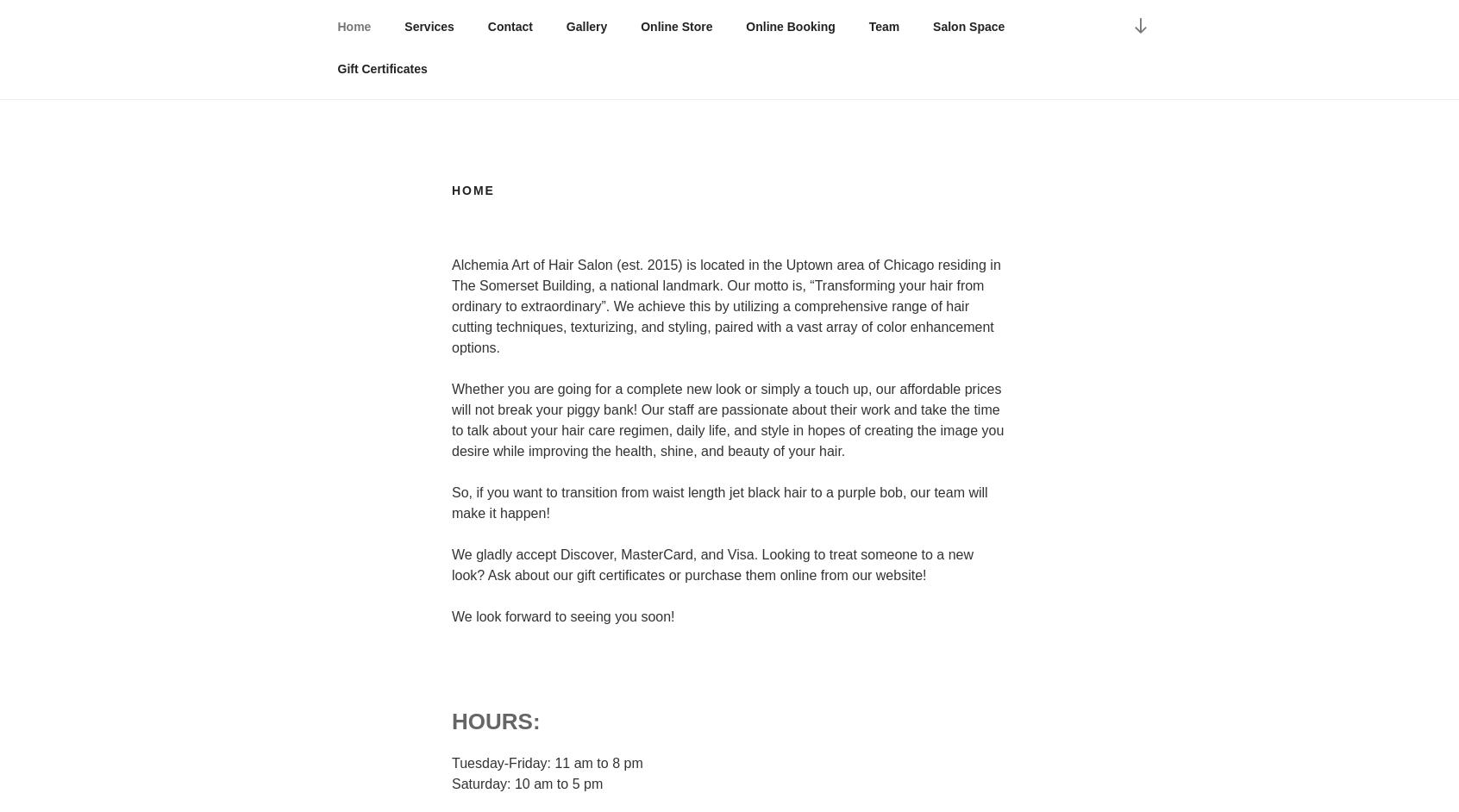 This screenshot has width=1459, height=812. I want to click on 'Alchemia Art of Hair Salon (est. 2015) is located in the Uptown area of Chicago residing in The Somerset Building, a national landmark. Our motto is, “Transforming your hair from ordinary to extraordinary”.  We achieve this by utilizing a comprehensive range of hair cutting techniques, texturizing, and styling, paired with a vast array of color enhancement options.', so click(725, 304).